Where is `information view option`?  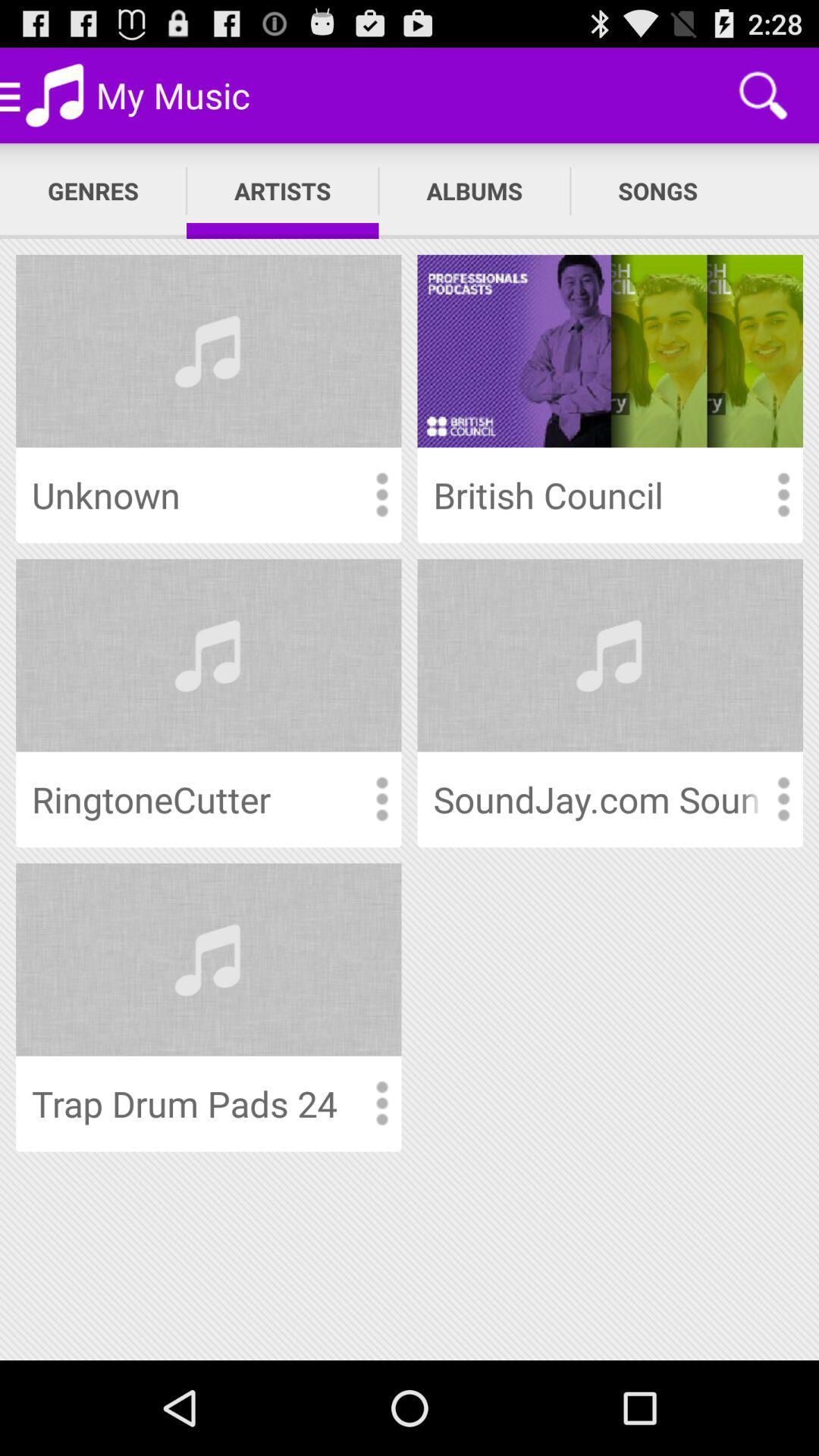
information view option is located at coordinates (381, 495).